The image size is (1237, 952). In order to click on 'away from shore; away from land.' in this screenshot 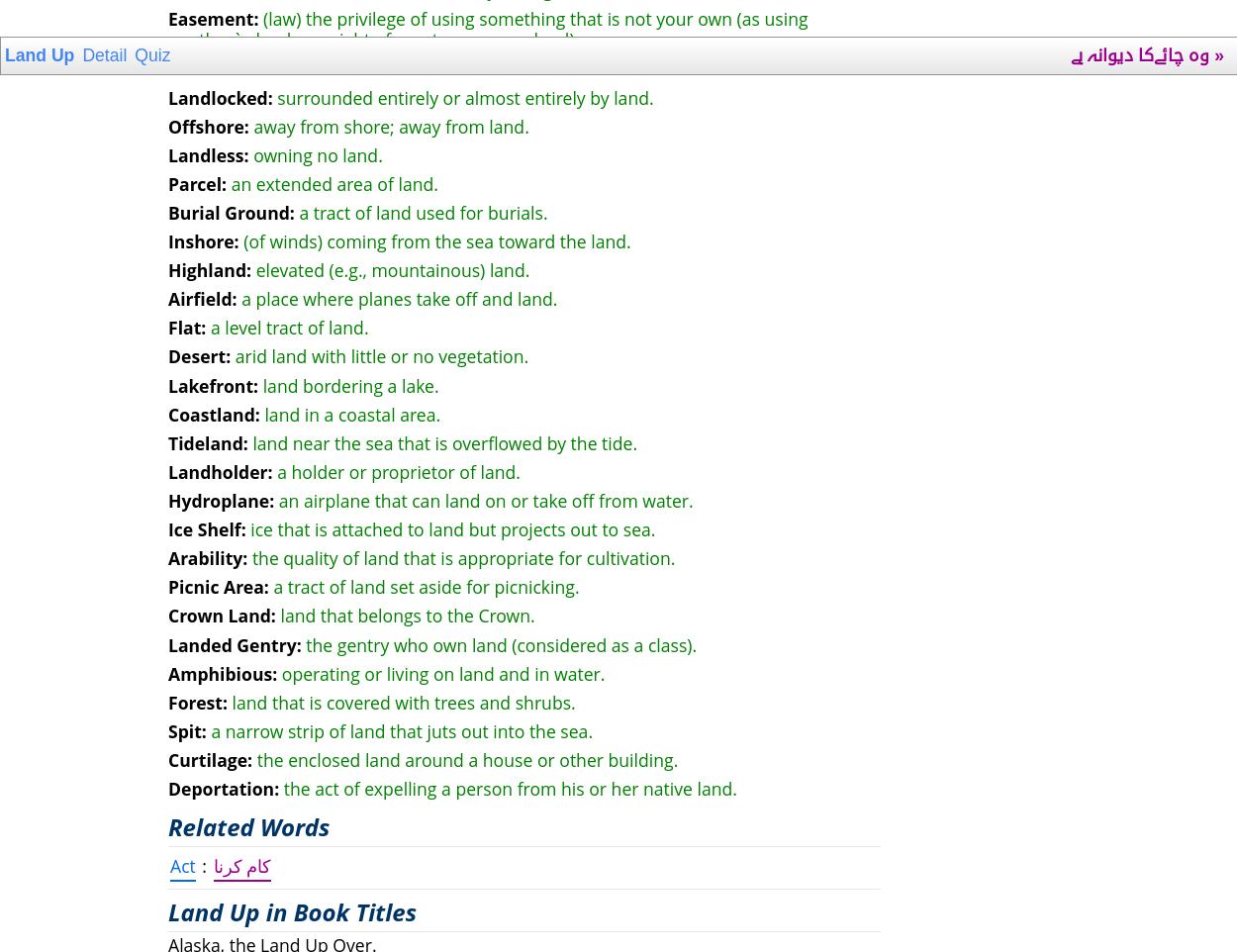, I will do `click(253, 124)`.